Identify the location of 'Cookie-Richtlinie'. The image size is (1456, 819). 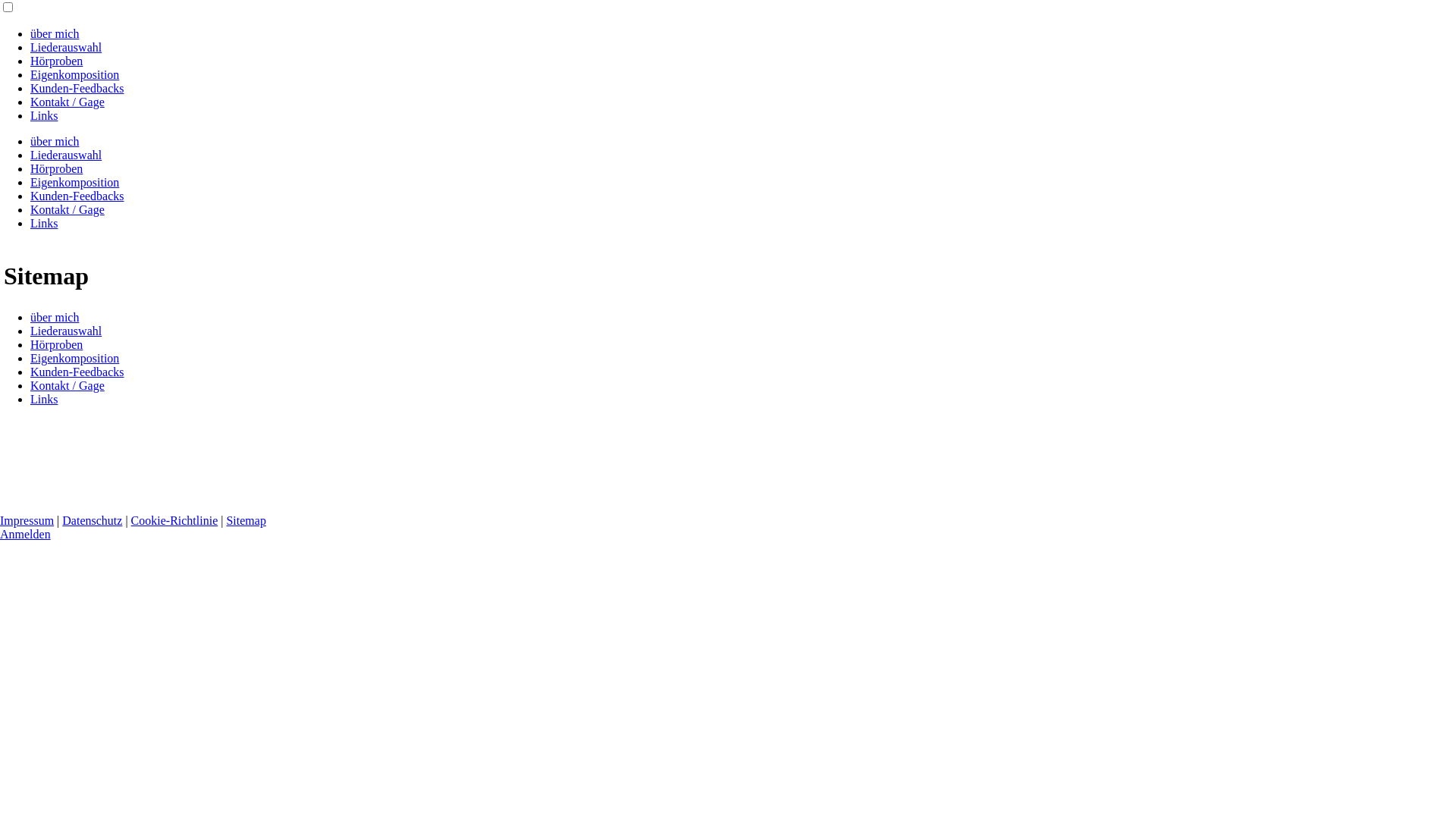
(174, 519).